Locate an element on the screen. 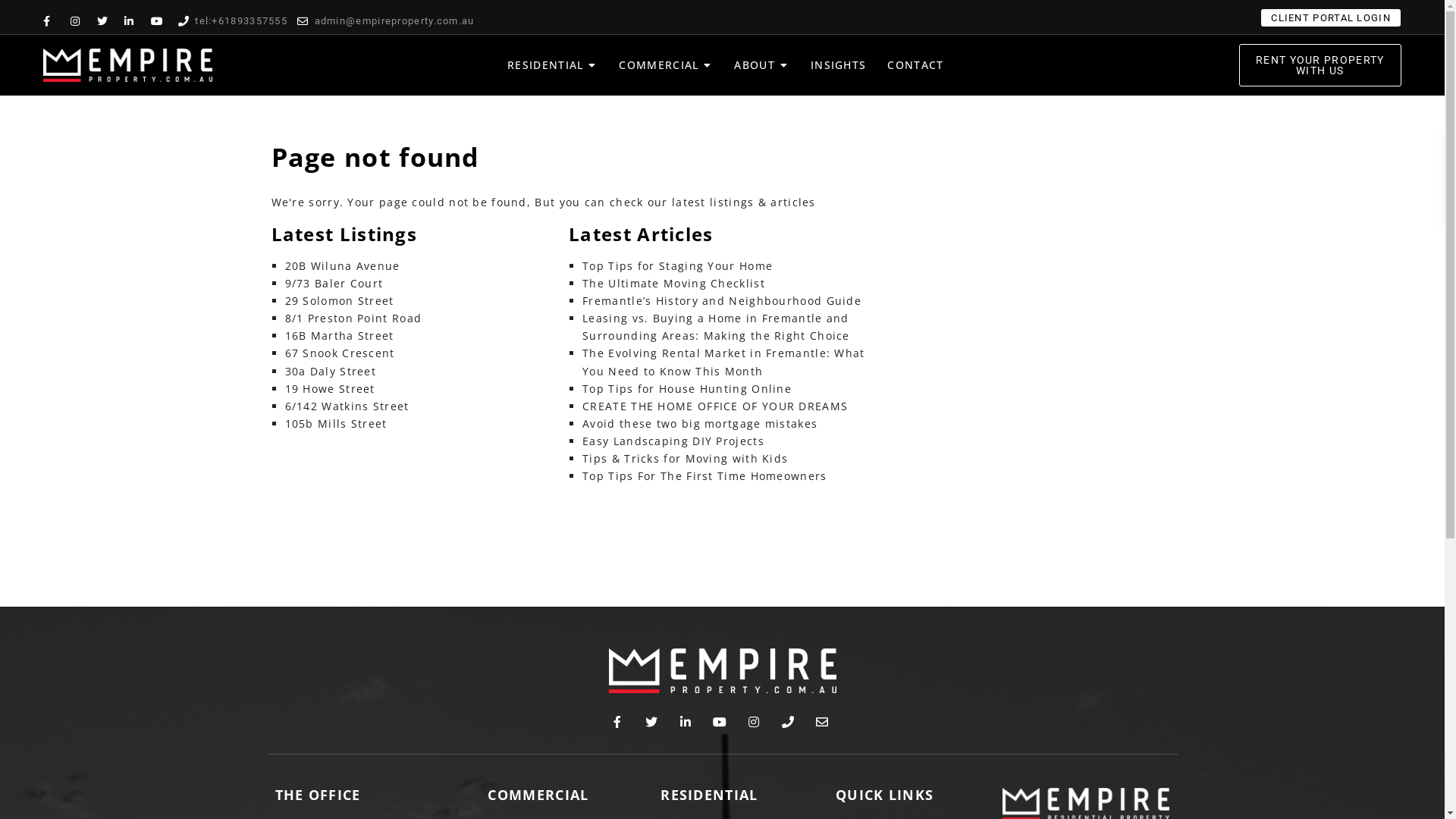 The image size is (1456, 819). 'The Ultimate Moving Checklist' is located at coordinates (673, 283).